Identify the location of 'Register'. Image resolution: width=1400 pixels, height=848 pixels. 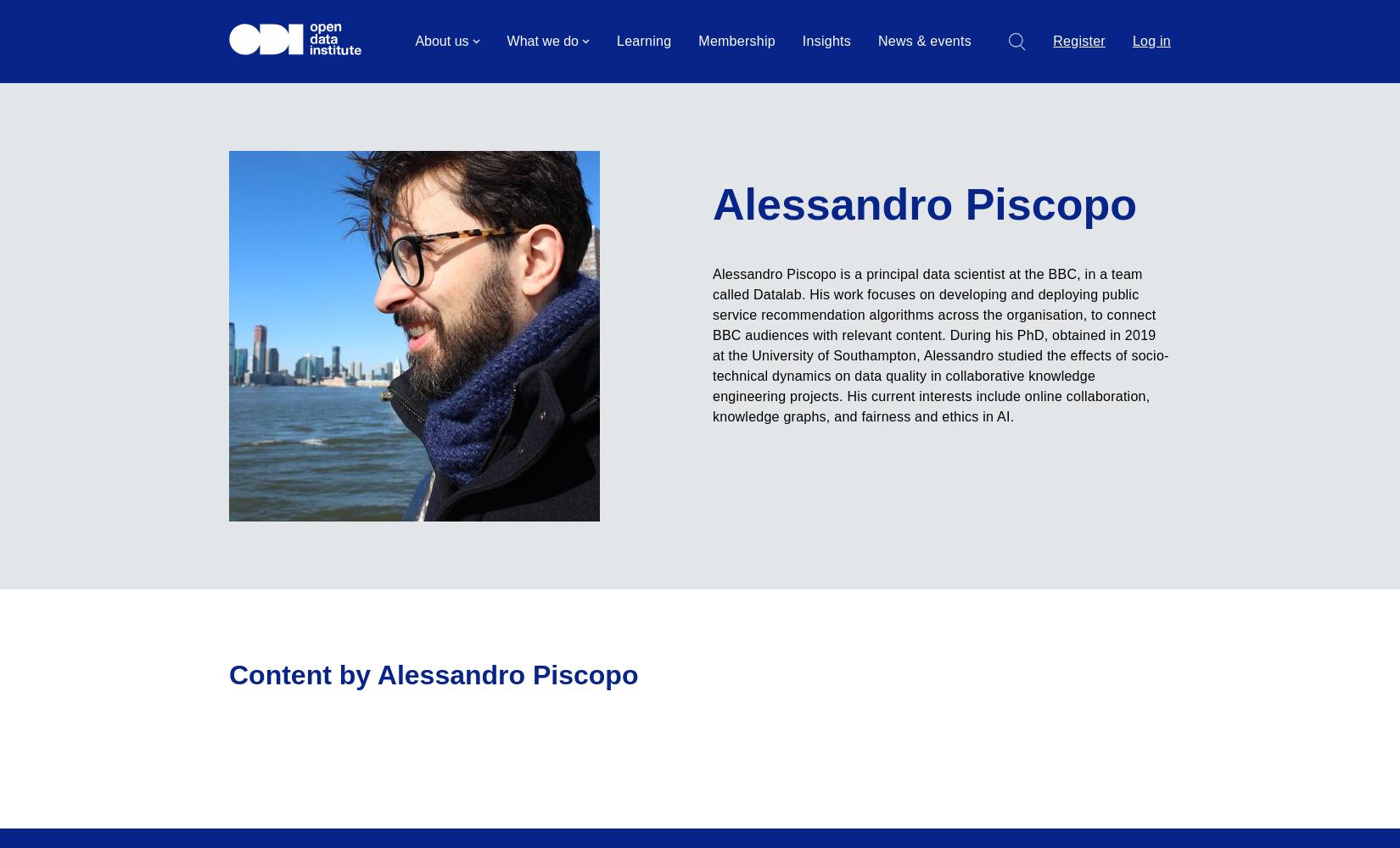
(1078, 41).